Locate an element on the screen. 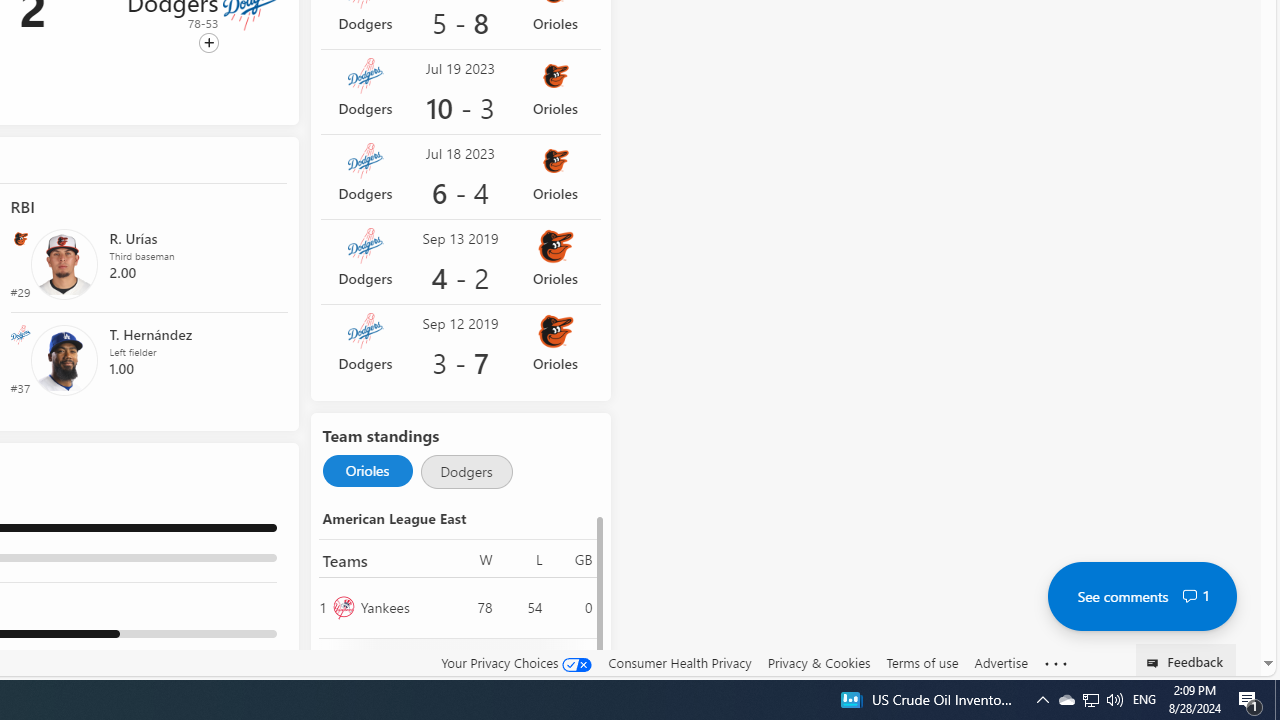 The height and width of the screenshot is (720, 1280). 'See more' is located at coordinates (1055, 664).